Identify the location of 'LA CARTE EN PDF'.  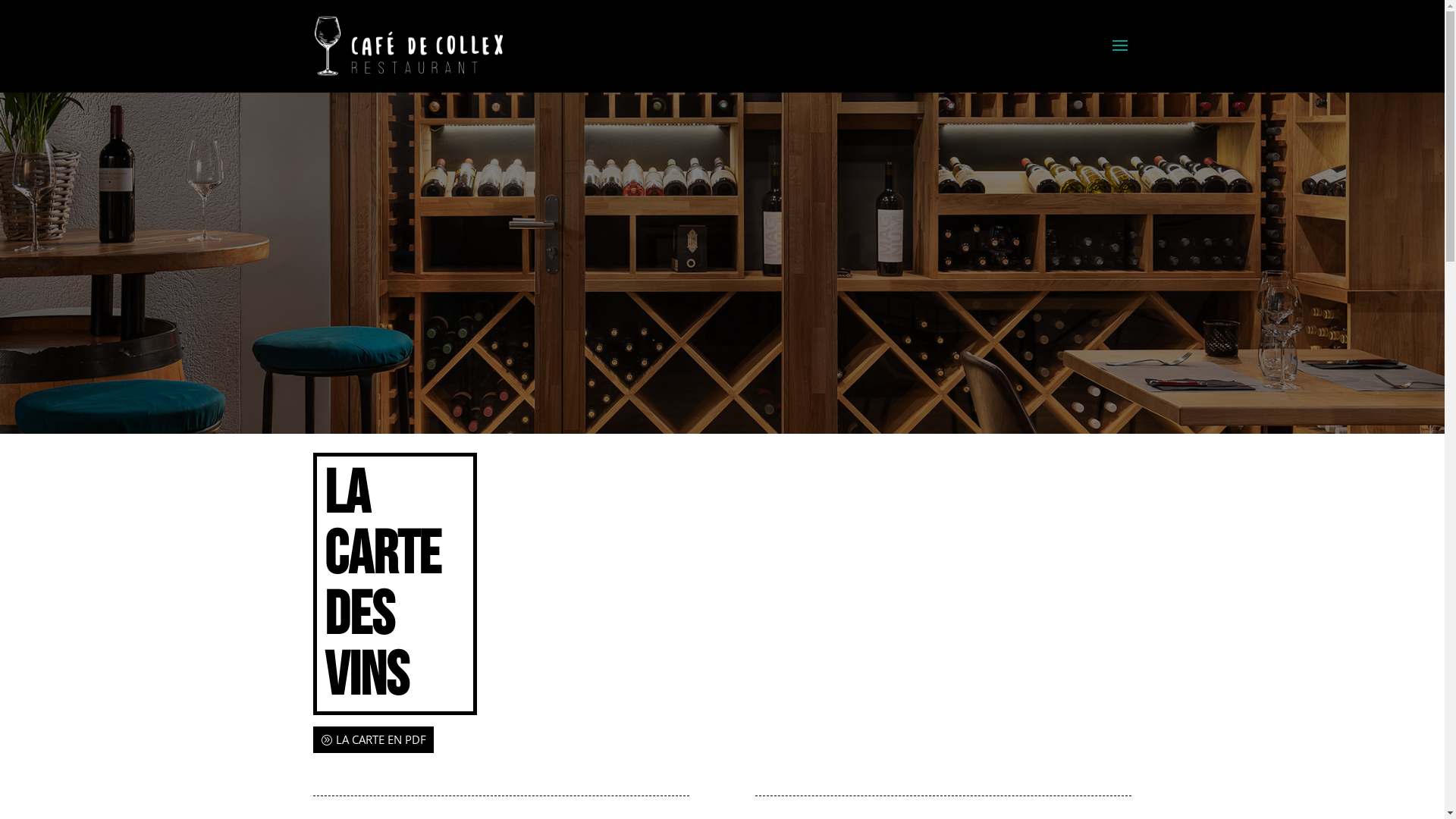
(372, 739).